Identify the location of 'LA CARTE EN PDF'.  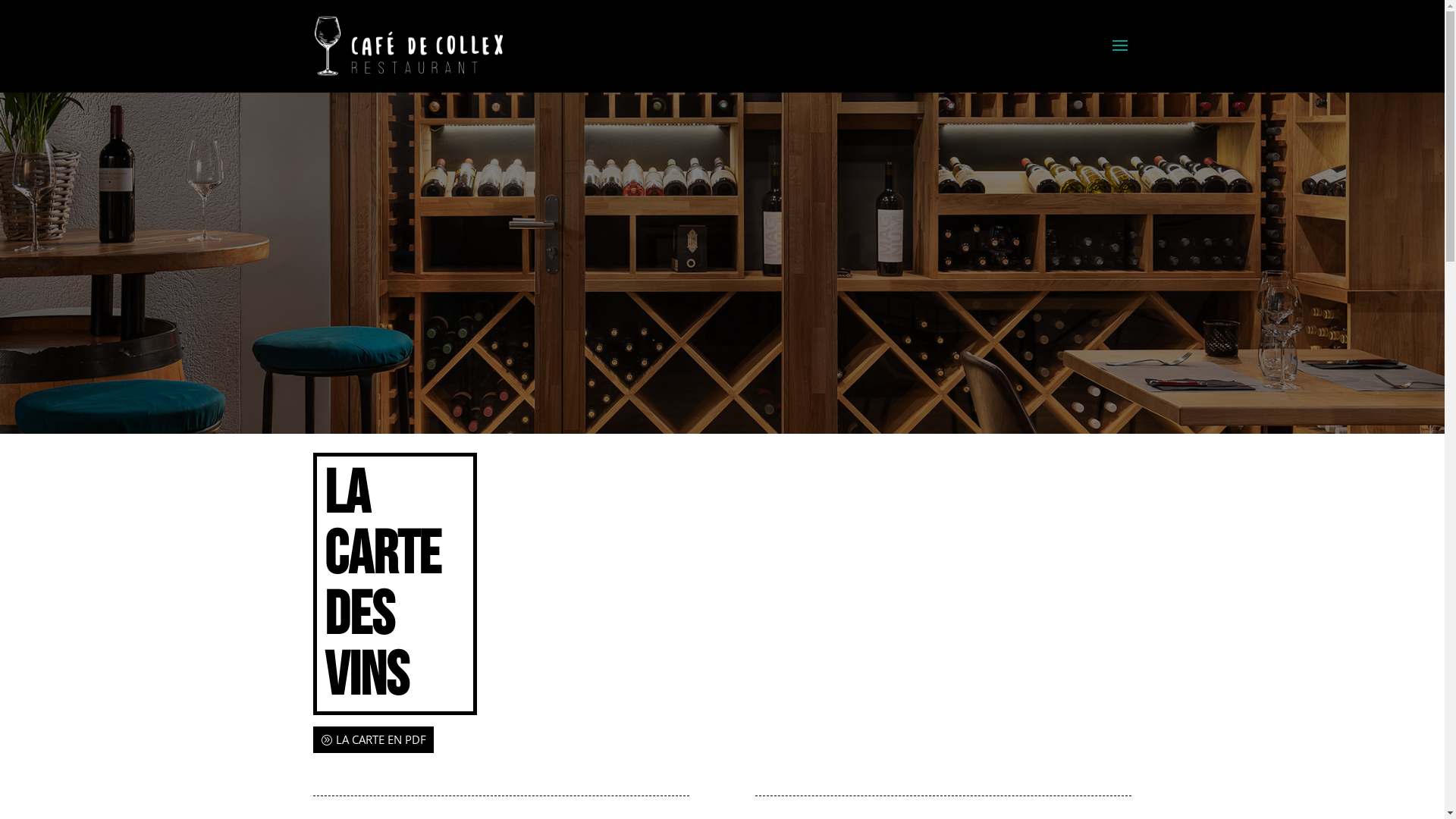
(372, 739).